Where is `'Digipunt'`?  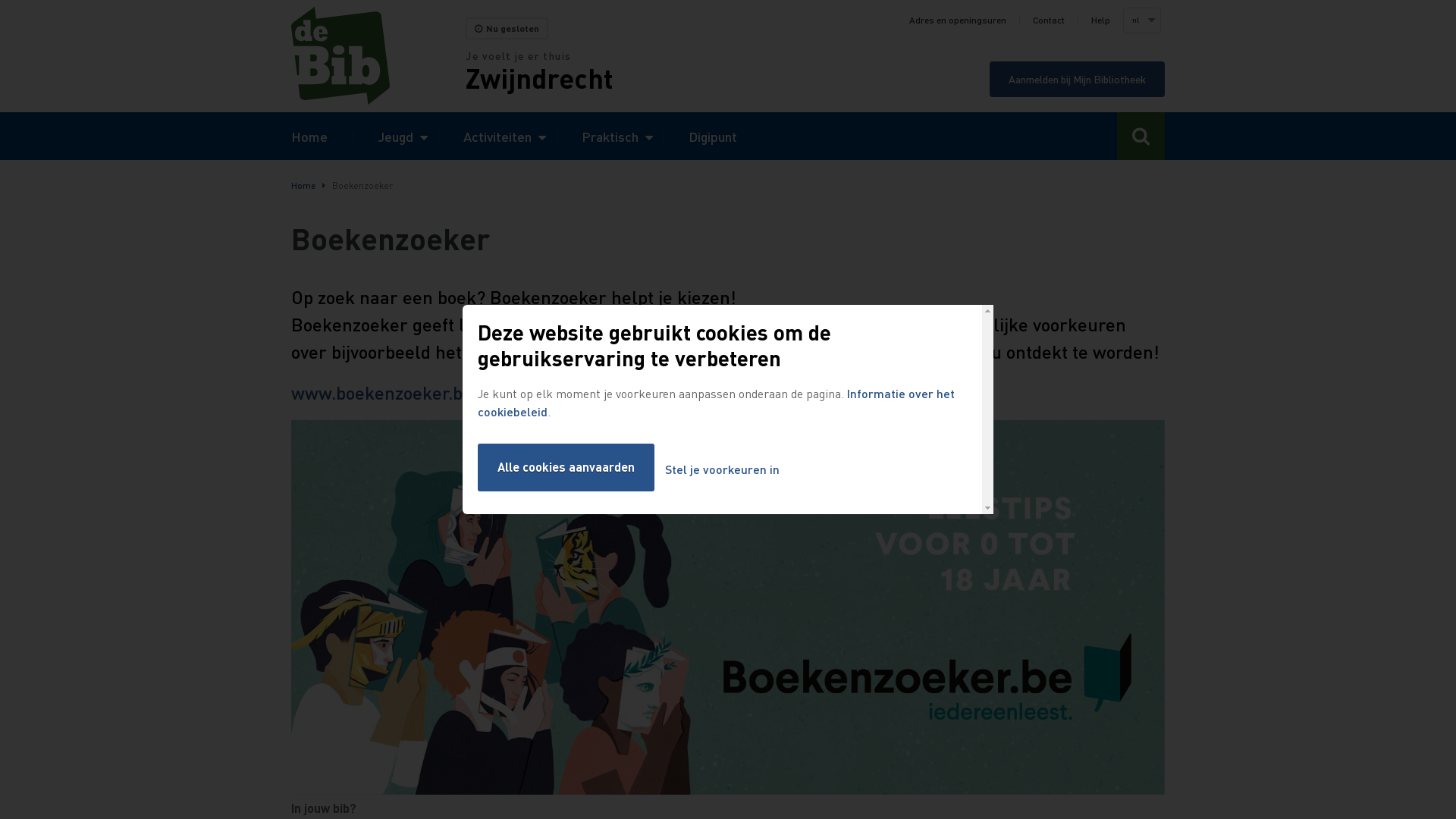
'Digipunt' is located at coordinates (712, 135).